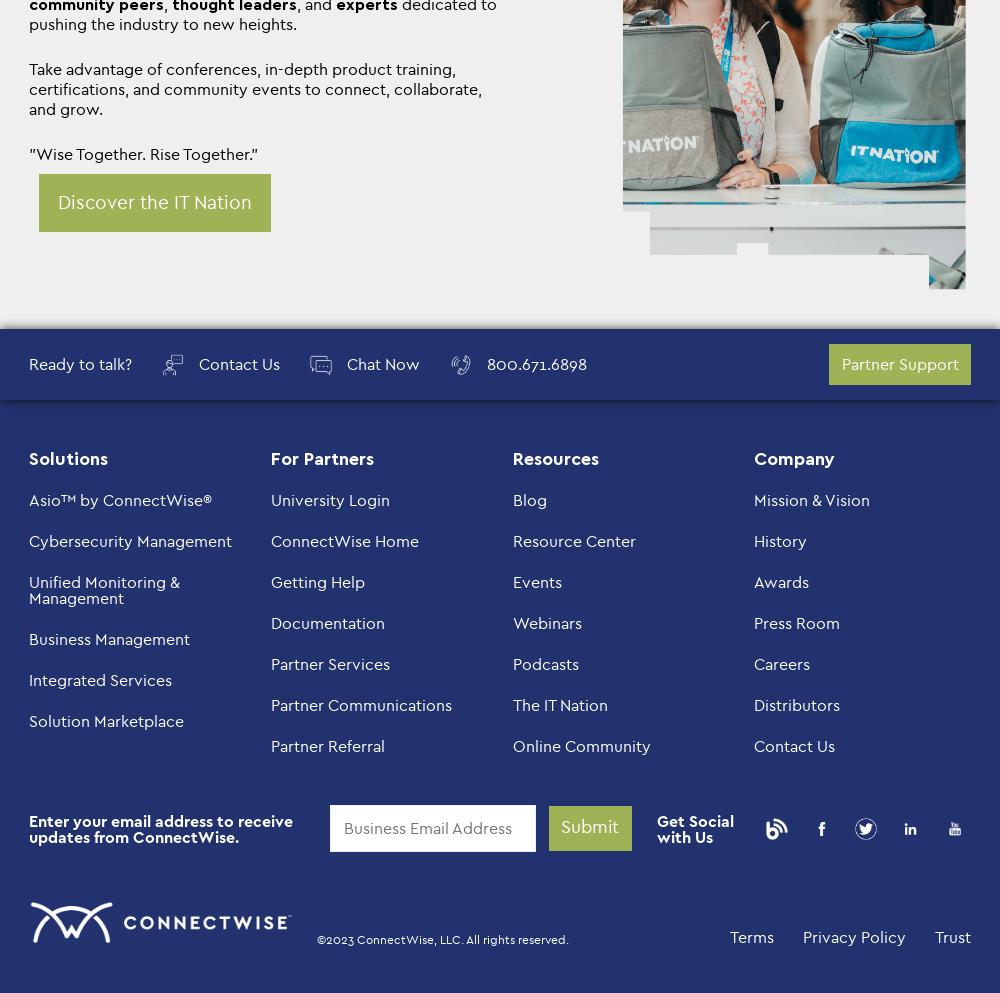 This screenshot has height=993, width=1000. What do you see at coordinates (57, 202) in the screenshot?
I see `'Discover the IT Nation'` at bounding box center [57, 202].